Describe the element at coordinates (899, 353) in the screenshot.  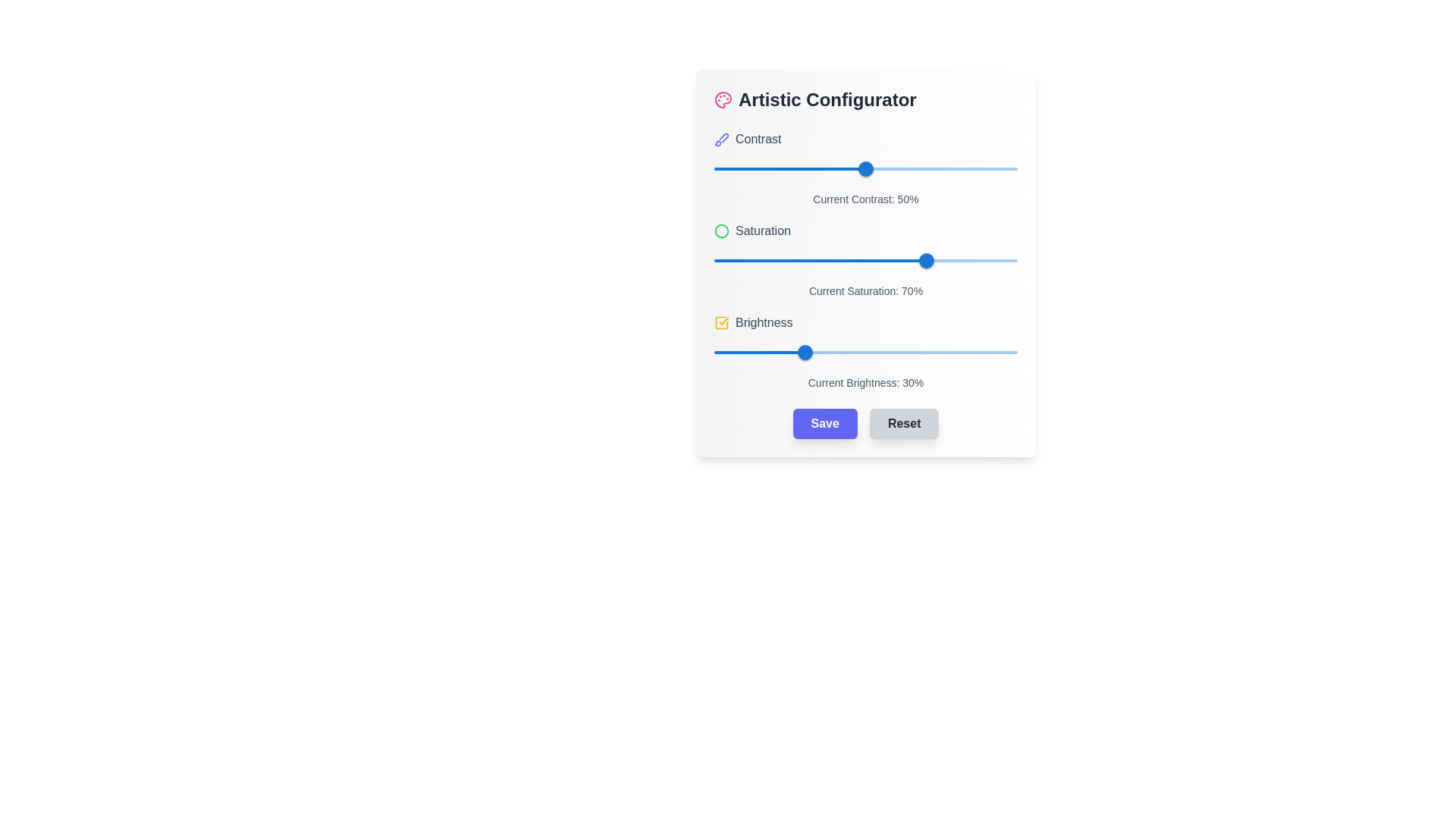
I see `the brightness` at that location.